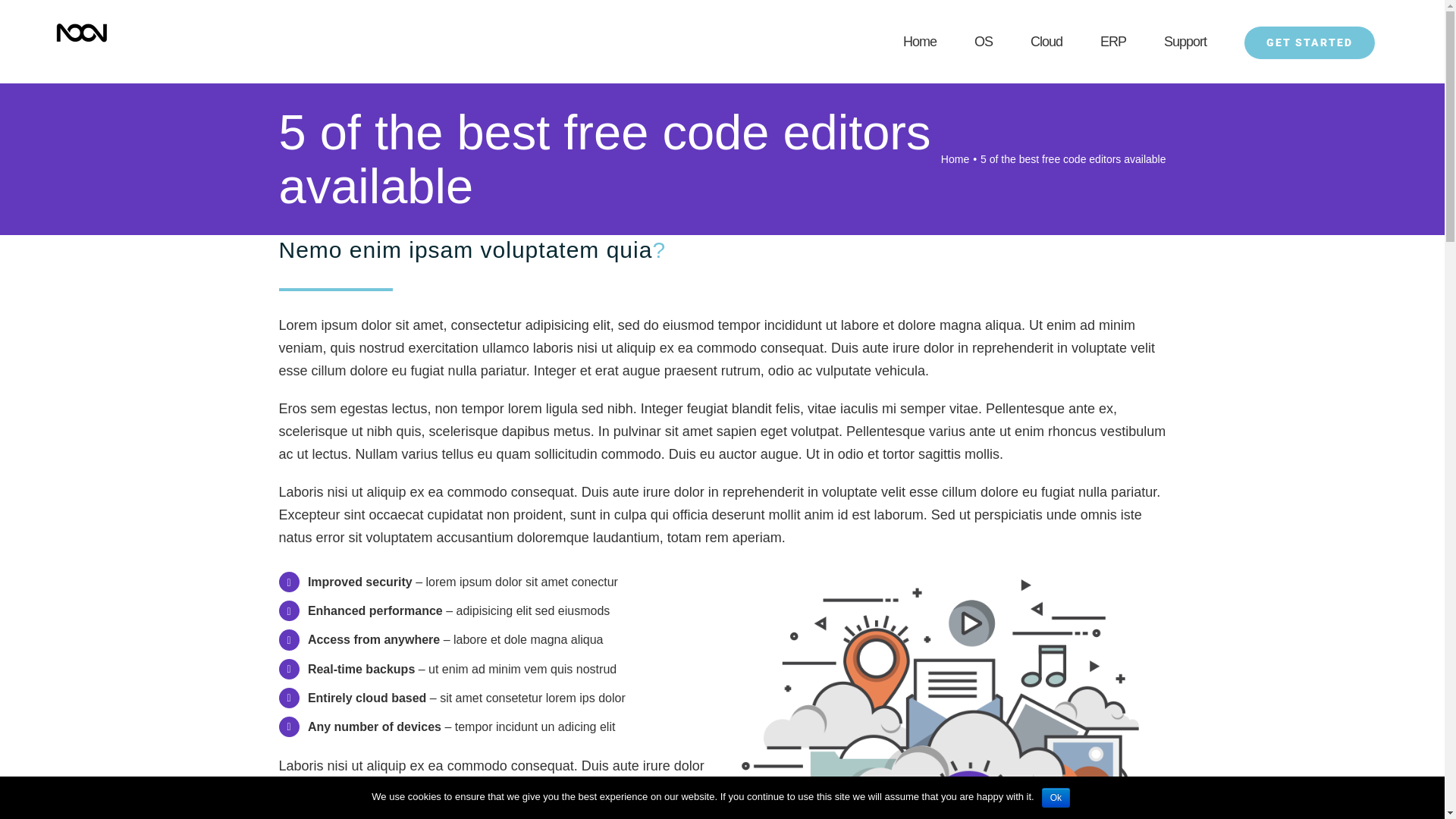  I want to click on 'Support', so click(1185, 40).